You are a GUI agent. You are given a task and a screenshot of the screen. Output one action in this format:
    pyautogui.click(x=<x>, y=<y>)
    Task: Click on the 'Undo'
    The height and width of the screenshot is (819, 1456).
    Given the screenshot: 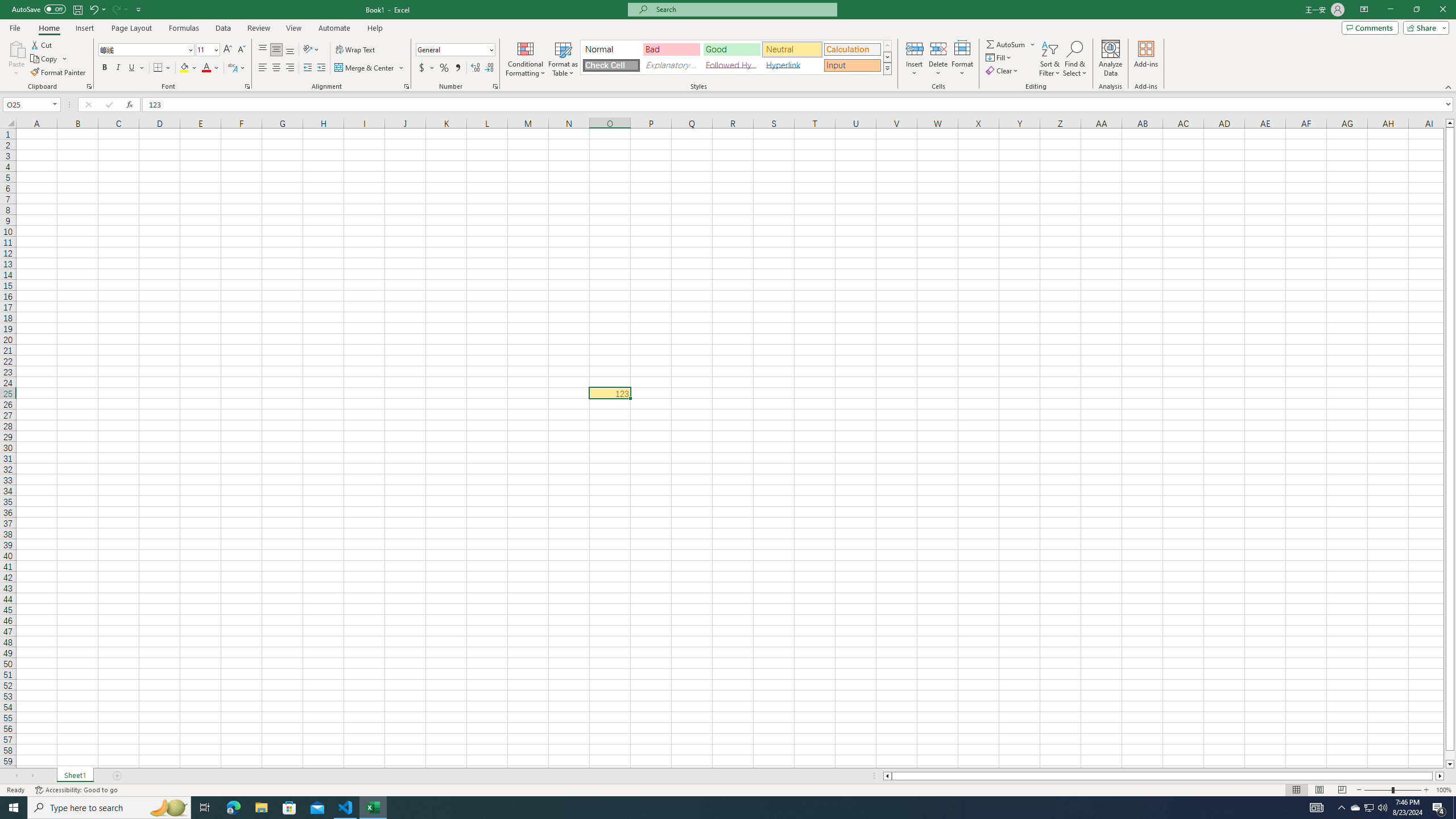 What is the action you would take?
    pyautogui.click(x=97, y=9)
    